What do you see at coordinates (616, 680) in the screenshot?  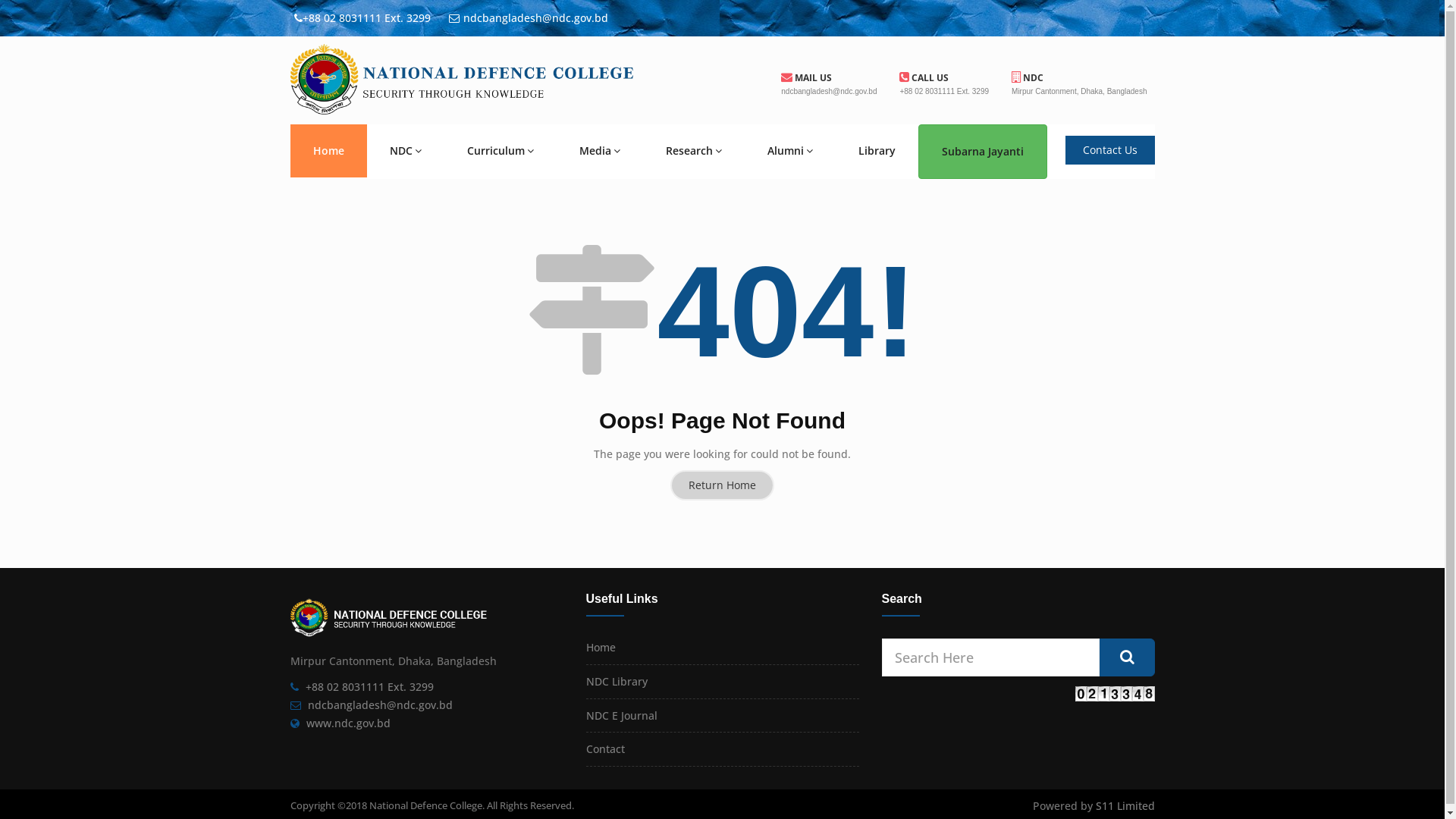 I see `'NDC Library'` at bounding box center [616, 680].